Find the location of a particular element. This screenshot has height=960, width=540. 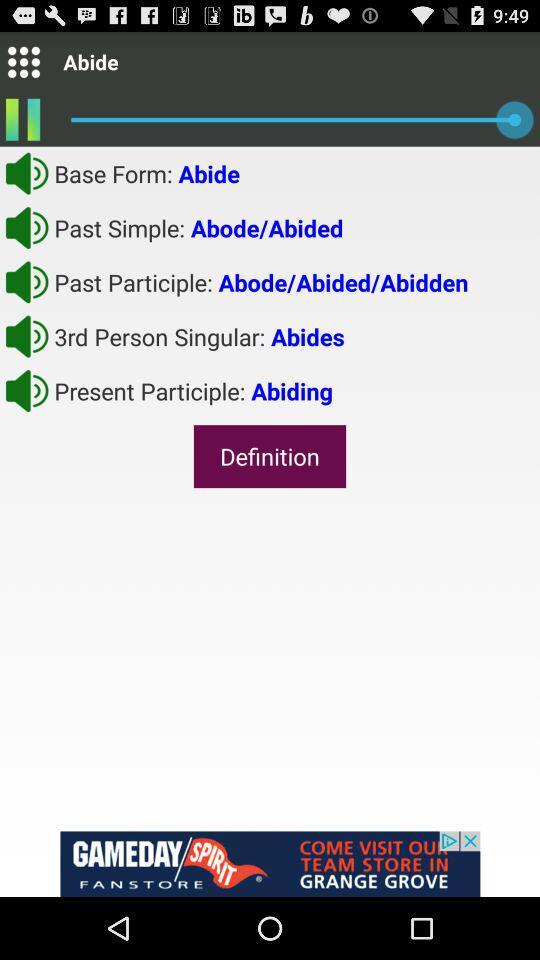

for adverisment is located at coordinates (270, 863).